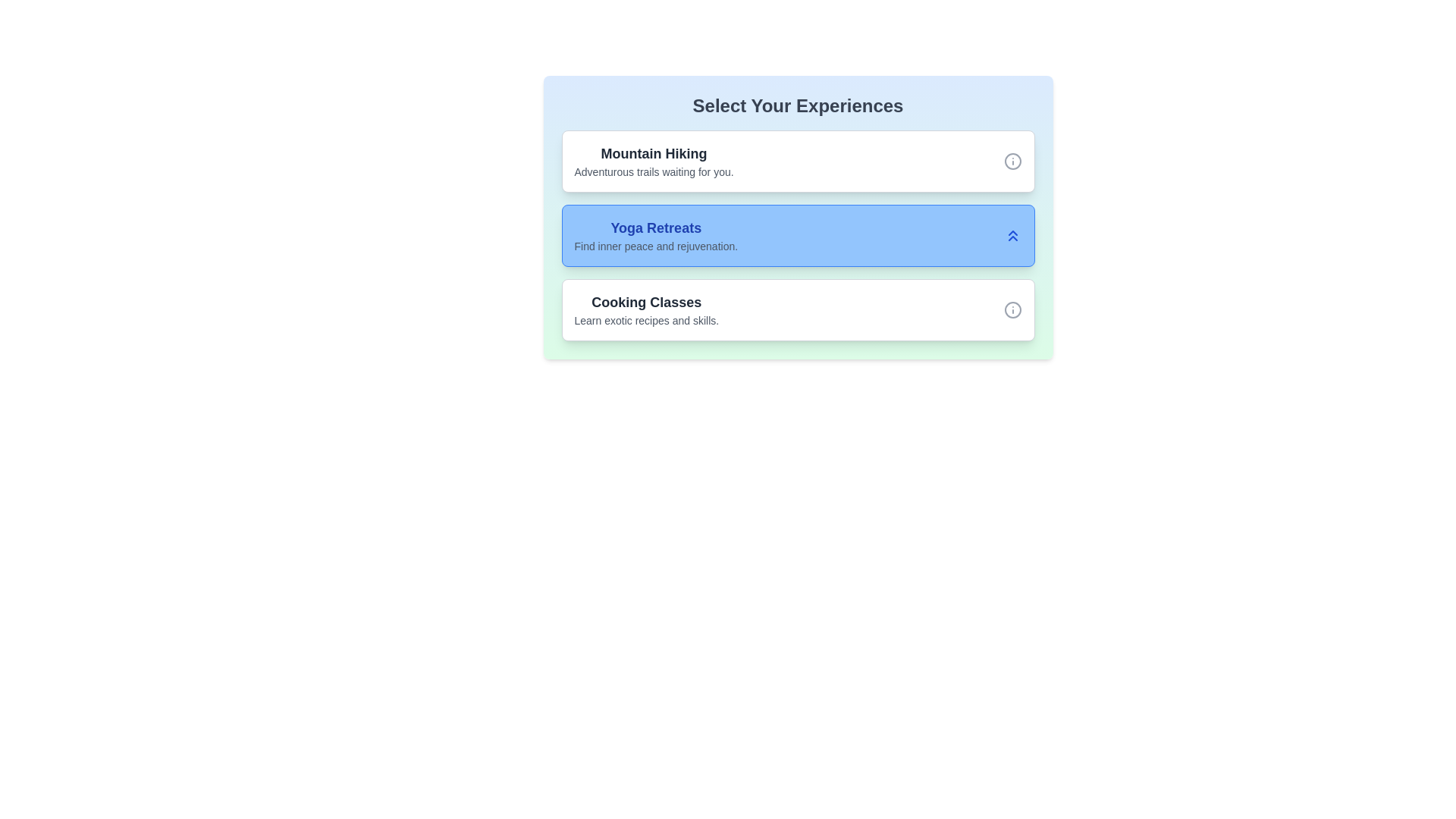 The height and width of the screenshot is (819, 1456). Describe the element at coordinates (654, 161) in the screenshot. I see `the item Mountain Hiking` at that location.